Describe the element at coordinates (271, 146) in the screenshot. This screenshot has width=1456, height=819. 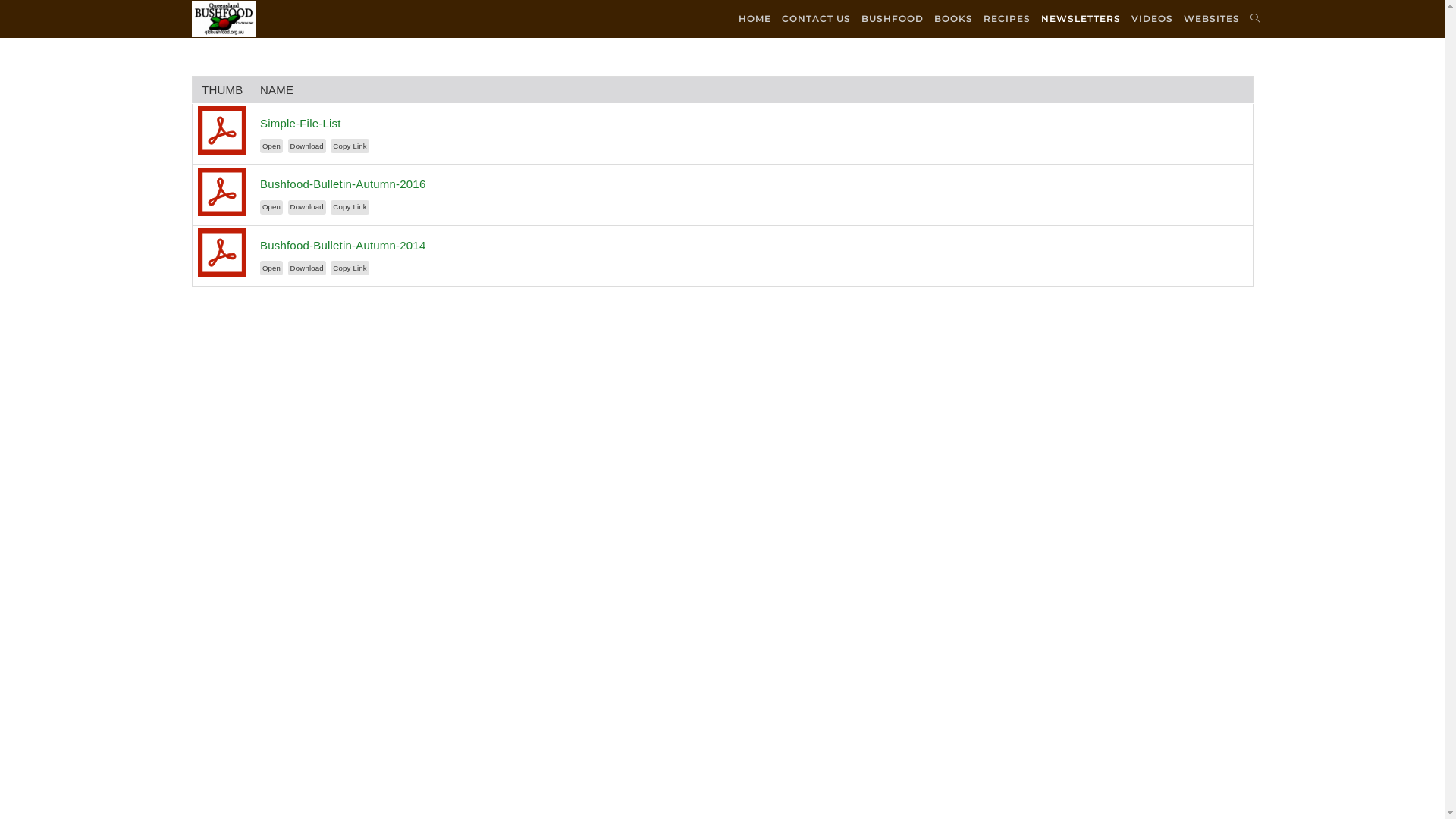
I see `'Open'` at that location.